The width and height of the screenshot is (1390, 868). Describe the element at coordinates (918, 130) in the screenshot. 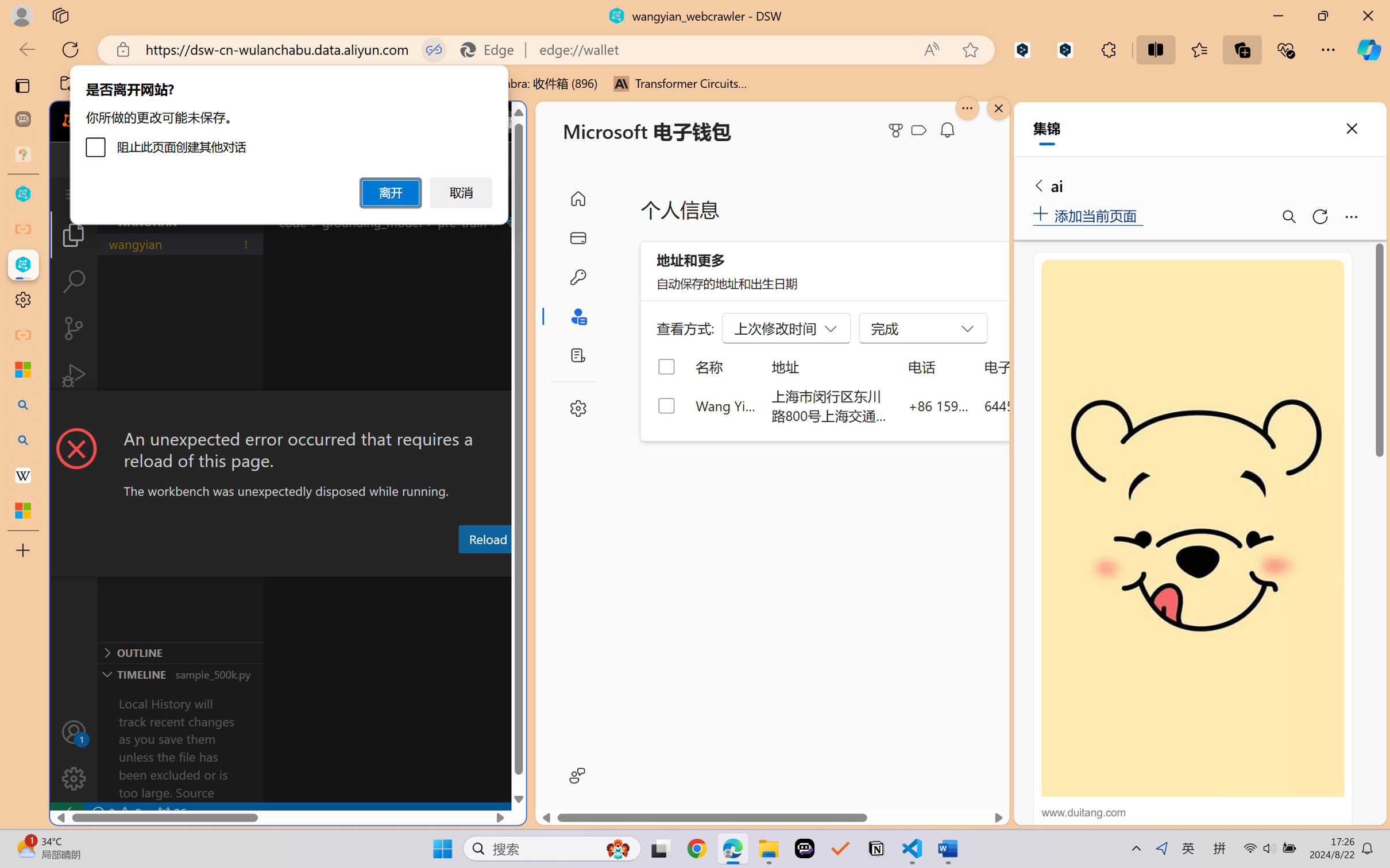

I see `'Class: ___1lmltc5 f1agt3bx f12qytpq'` at that location.